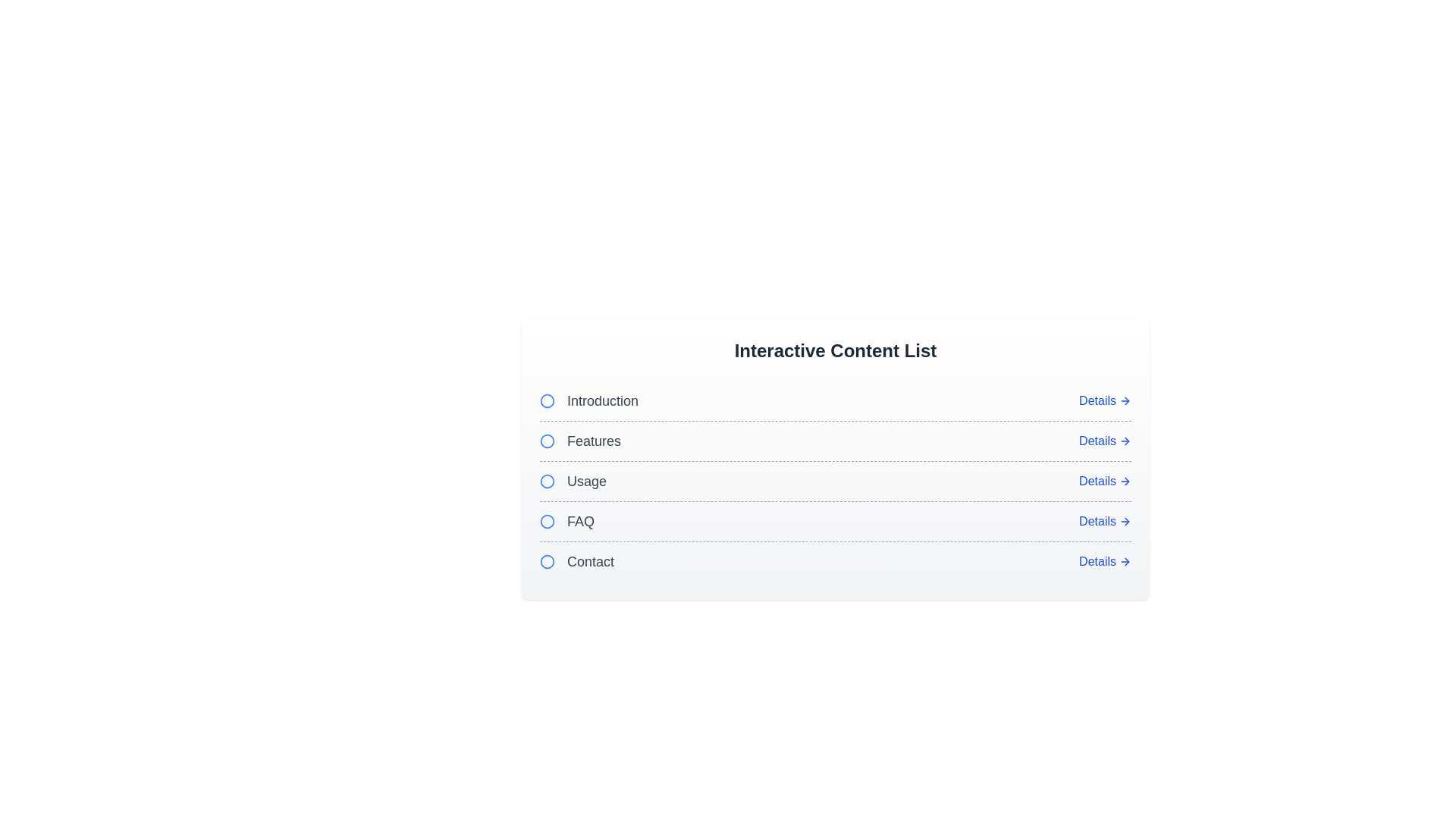 Image resolution: width=1456 pixels, height=819 pixels. Describe the element at coordinates (1127, 482) in the screenshot. I see `the decorative rightward arrow icon associated with the 'Details' label` at that location.